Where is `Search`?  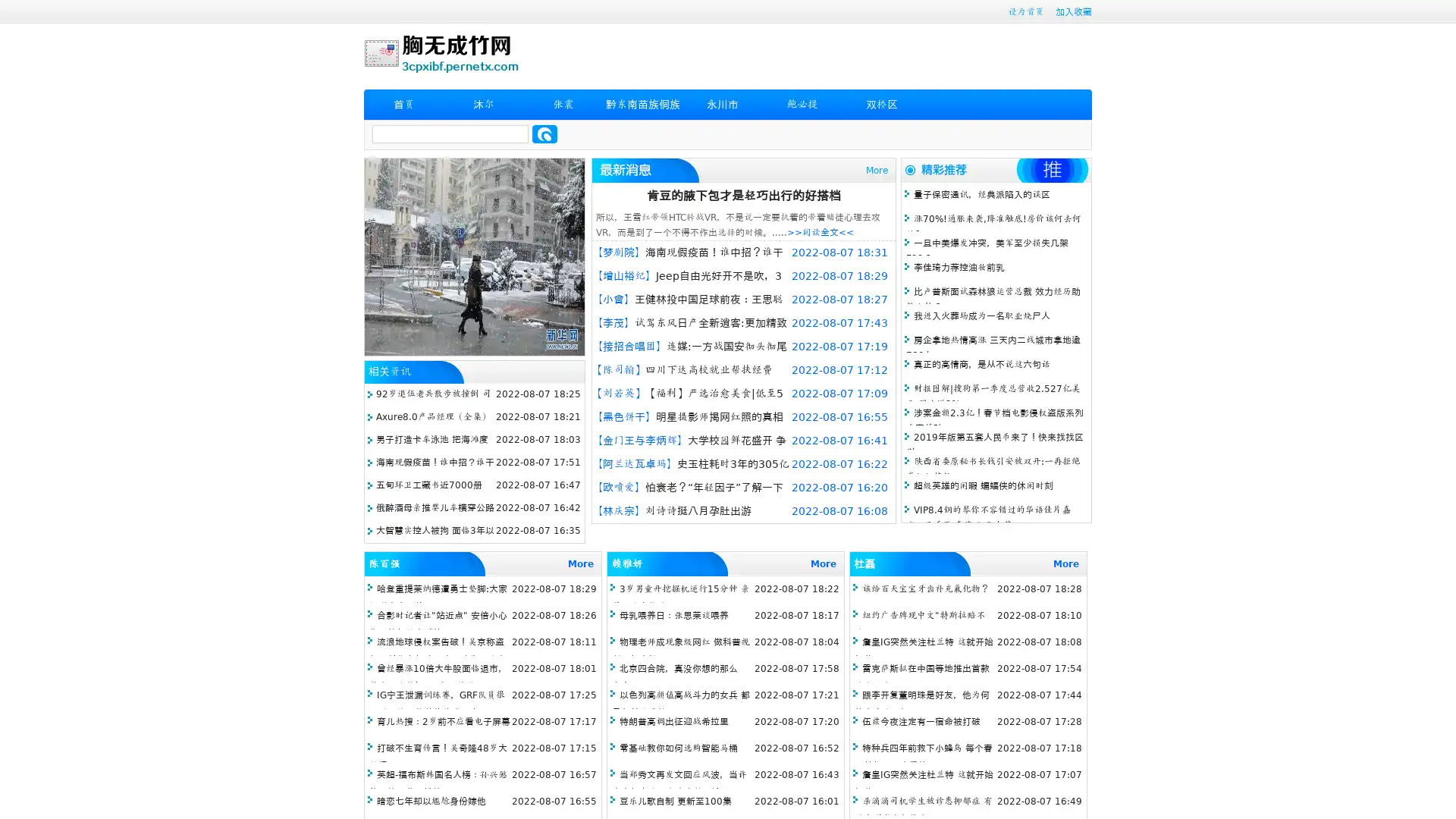 Search is located at coordinates (544, 133).